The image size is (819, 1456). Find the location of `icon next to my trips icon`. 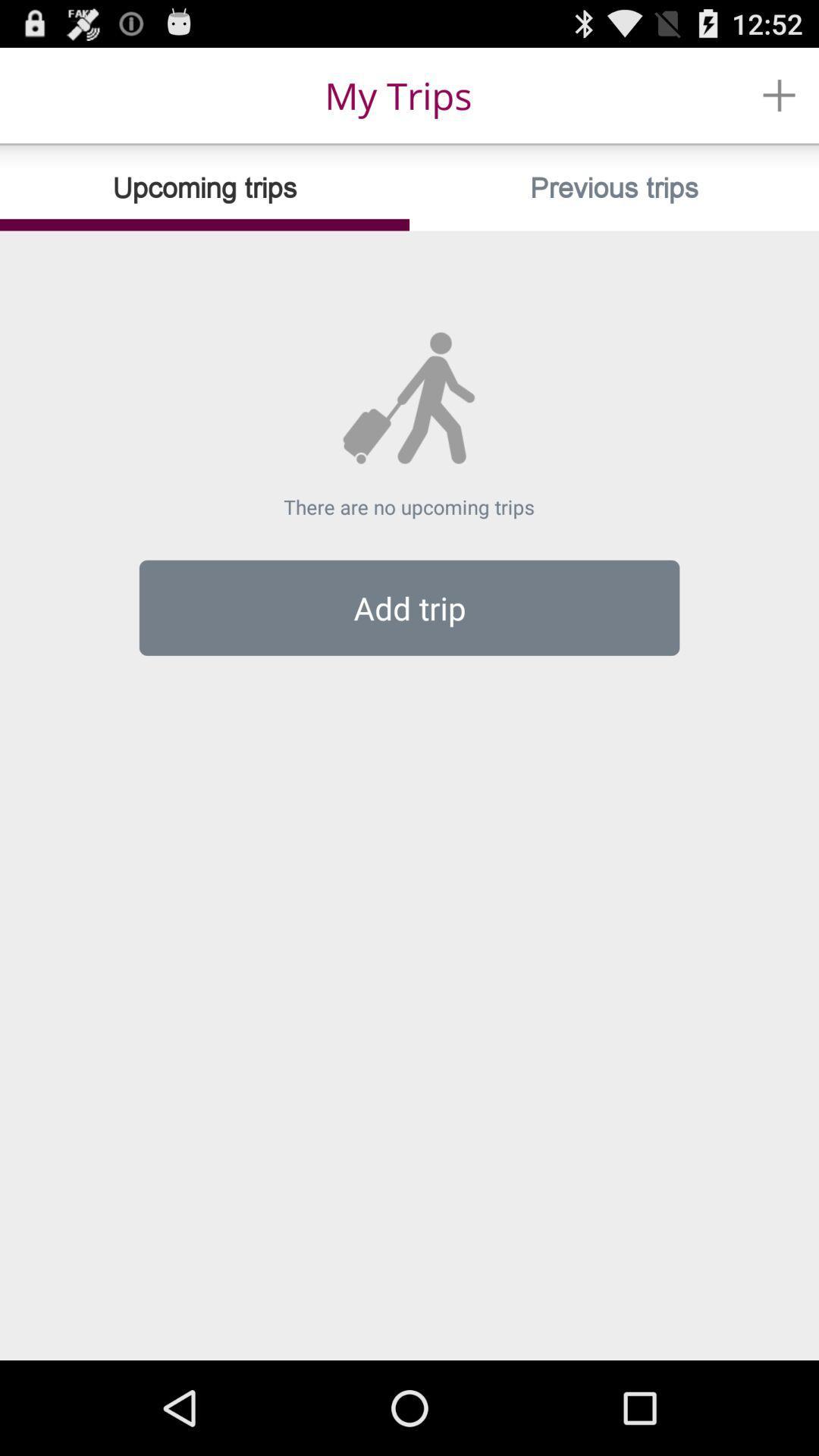

icon next to my trips icon is located at coordinates (779, 94).